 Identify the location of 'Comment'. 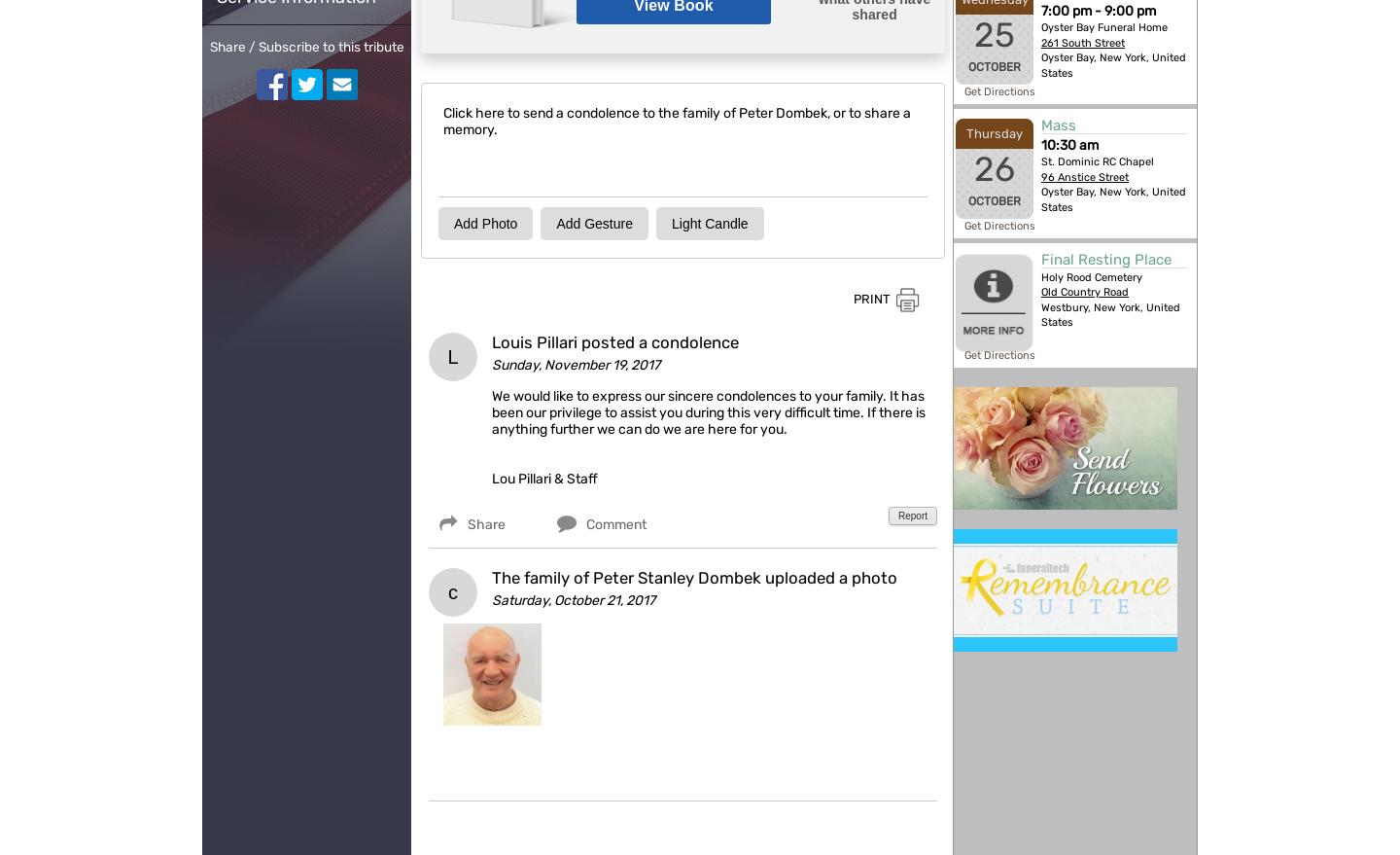
(585, 523).